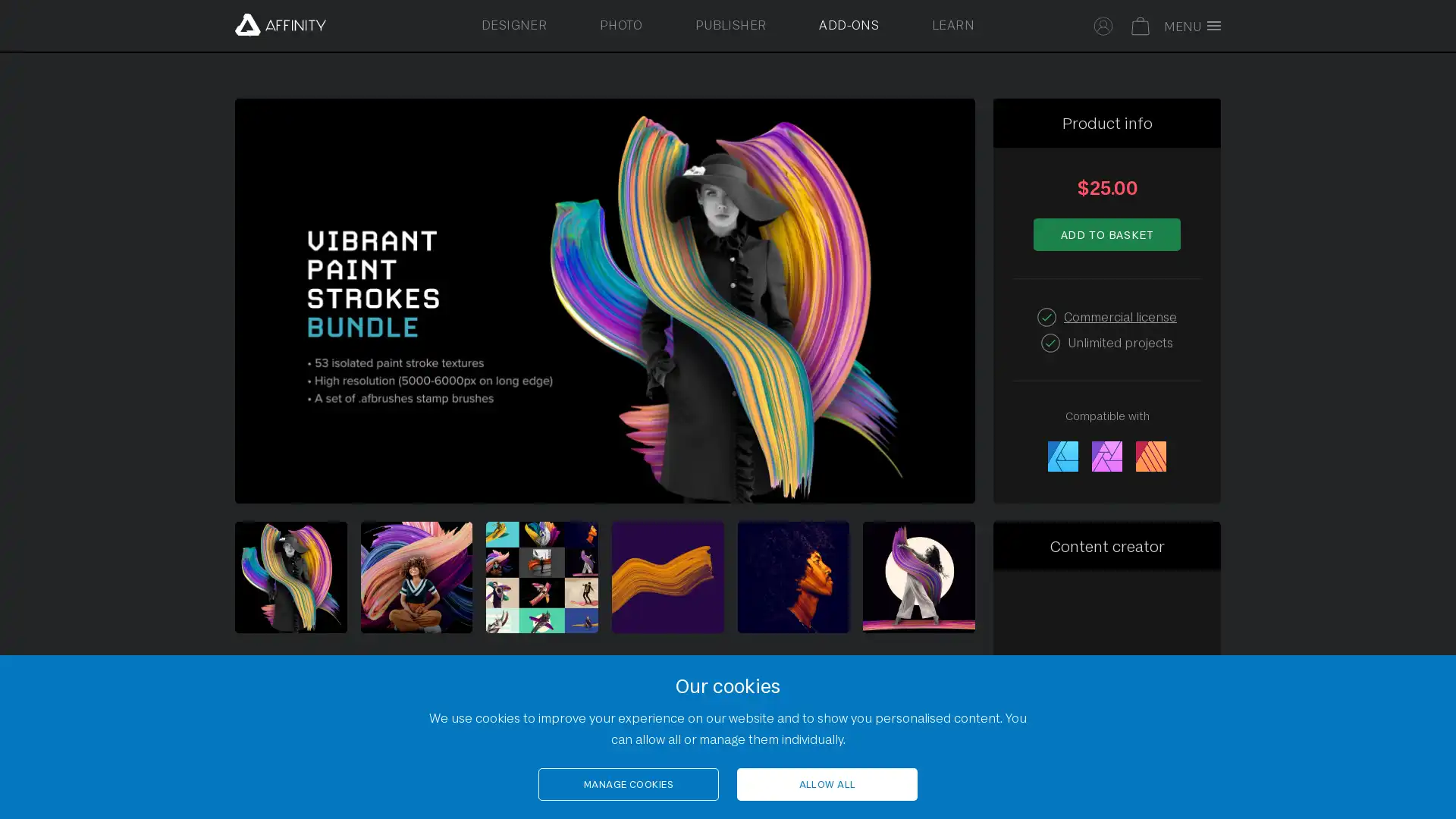 The image size is (1456, 819). Describe the element at coordinates (826, 784) in the screenshot. I see `ALLOW ALL` at that location.